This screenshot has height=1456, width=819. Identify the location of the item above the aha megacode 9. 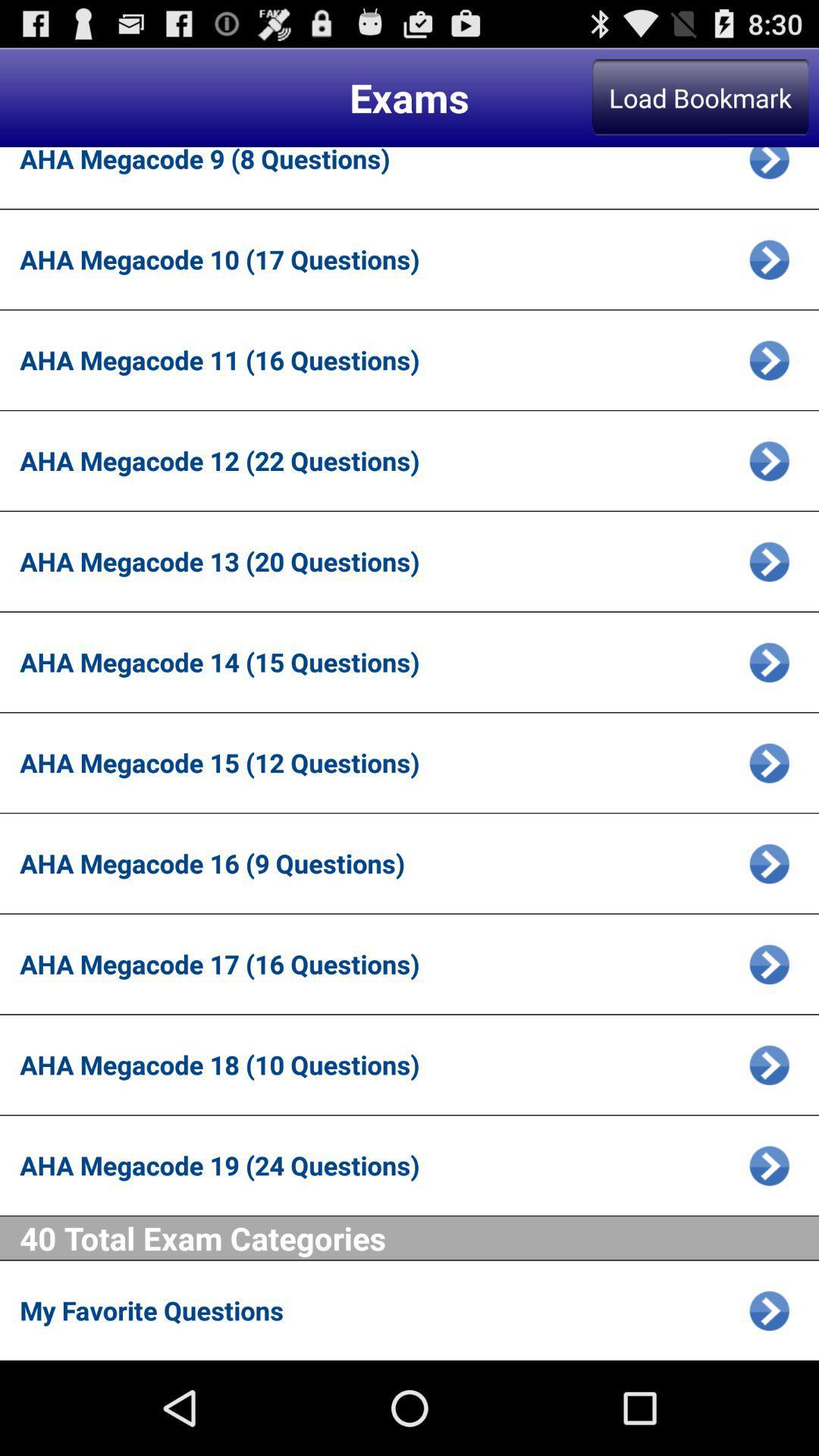
(700, 96).